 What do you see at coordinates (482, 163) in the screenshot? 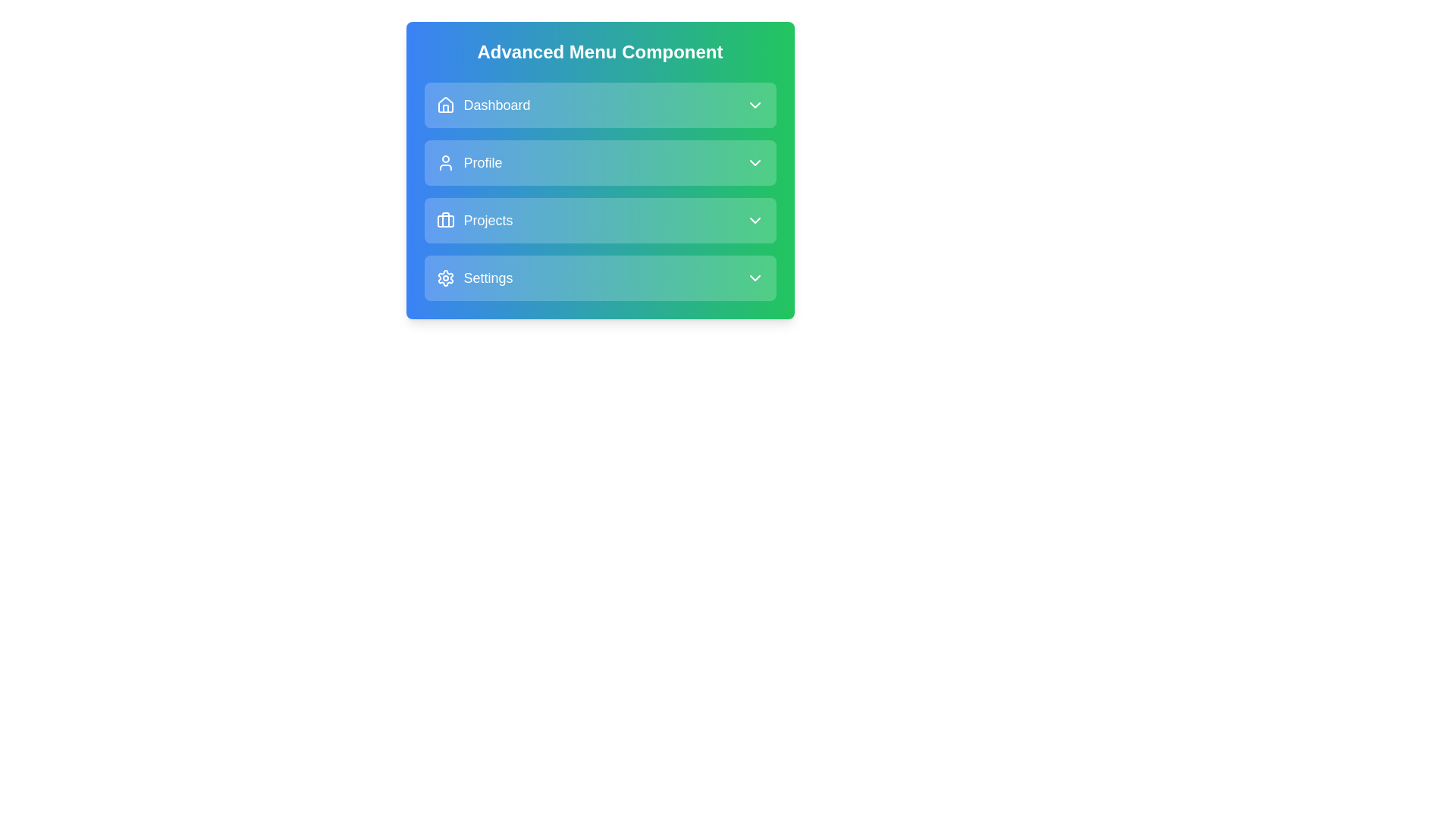
I see `the 'Profile' text label in the menu` at bounding box center [482, 163].